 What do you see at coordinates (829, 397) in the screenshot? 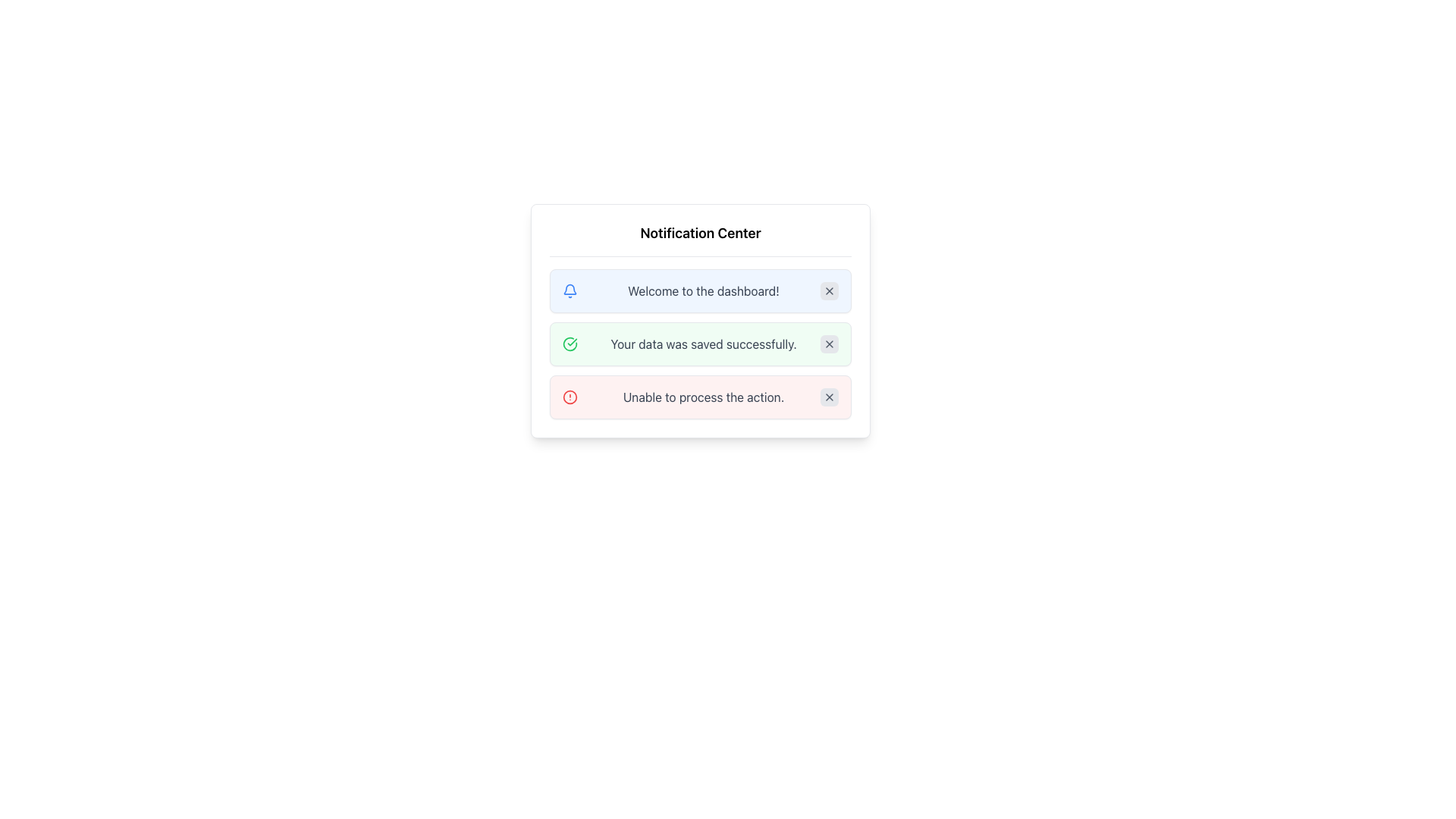
I see `the dismiss button located in the bottom right corner of the red alert box displaying the message 'Unable to process the action.'` at bounding box center [829, 397].